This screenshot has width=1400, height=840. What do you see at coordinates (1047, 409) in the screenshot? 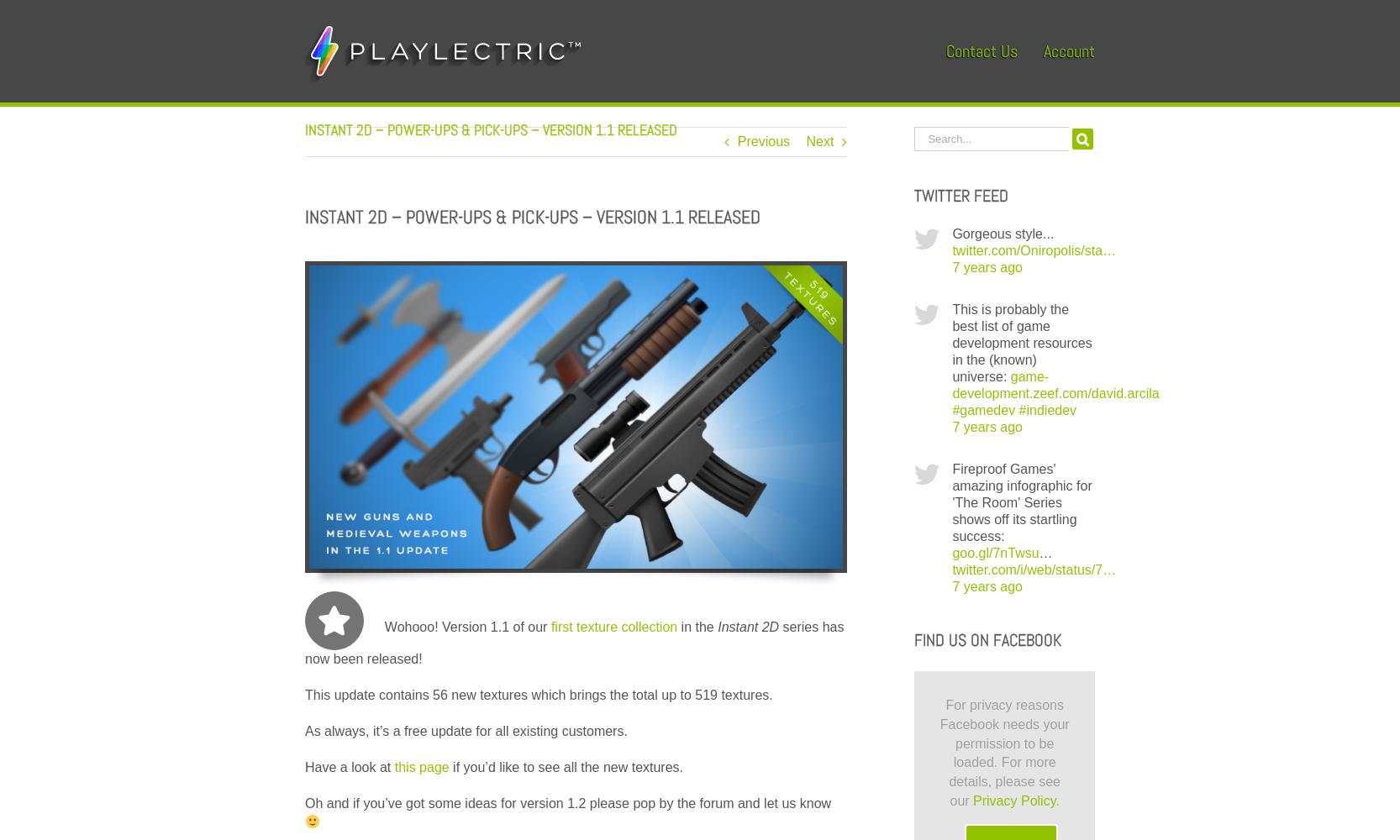
I see `'#indiedev'` at bounding box center [1047, 409].